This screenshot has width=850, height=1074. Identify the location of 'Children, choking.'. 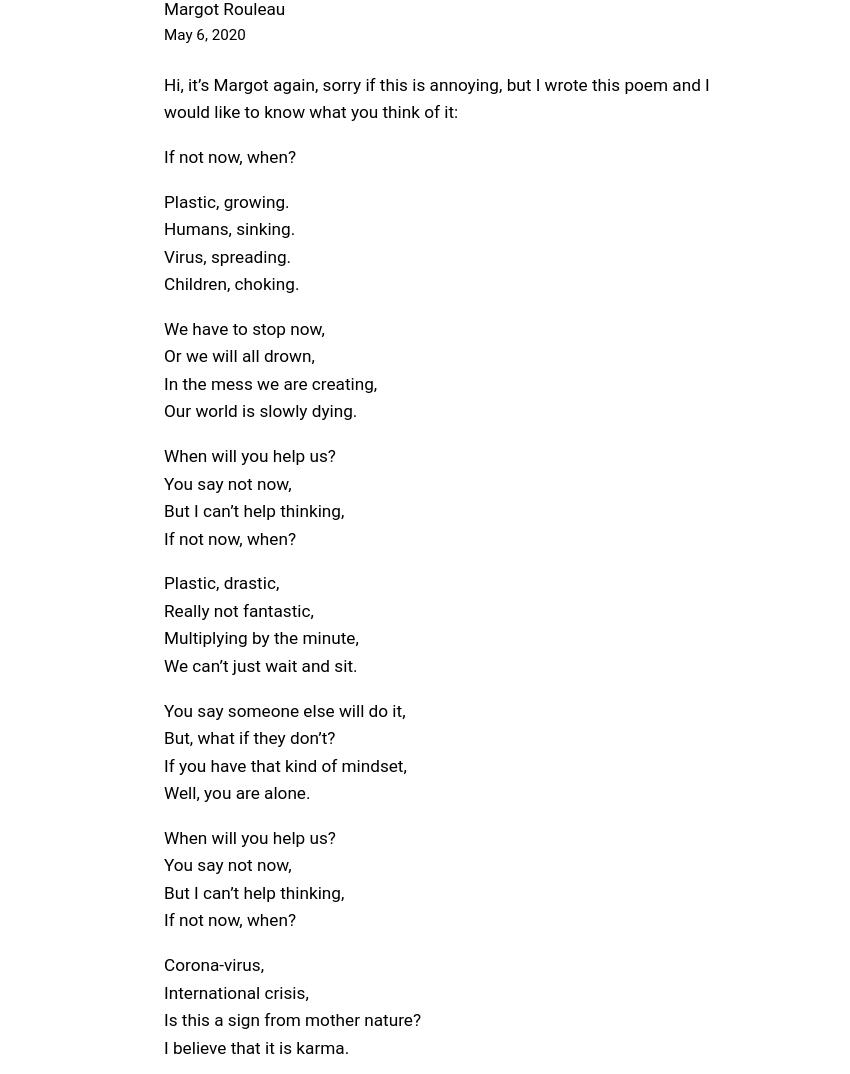
(231, 283).